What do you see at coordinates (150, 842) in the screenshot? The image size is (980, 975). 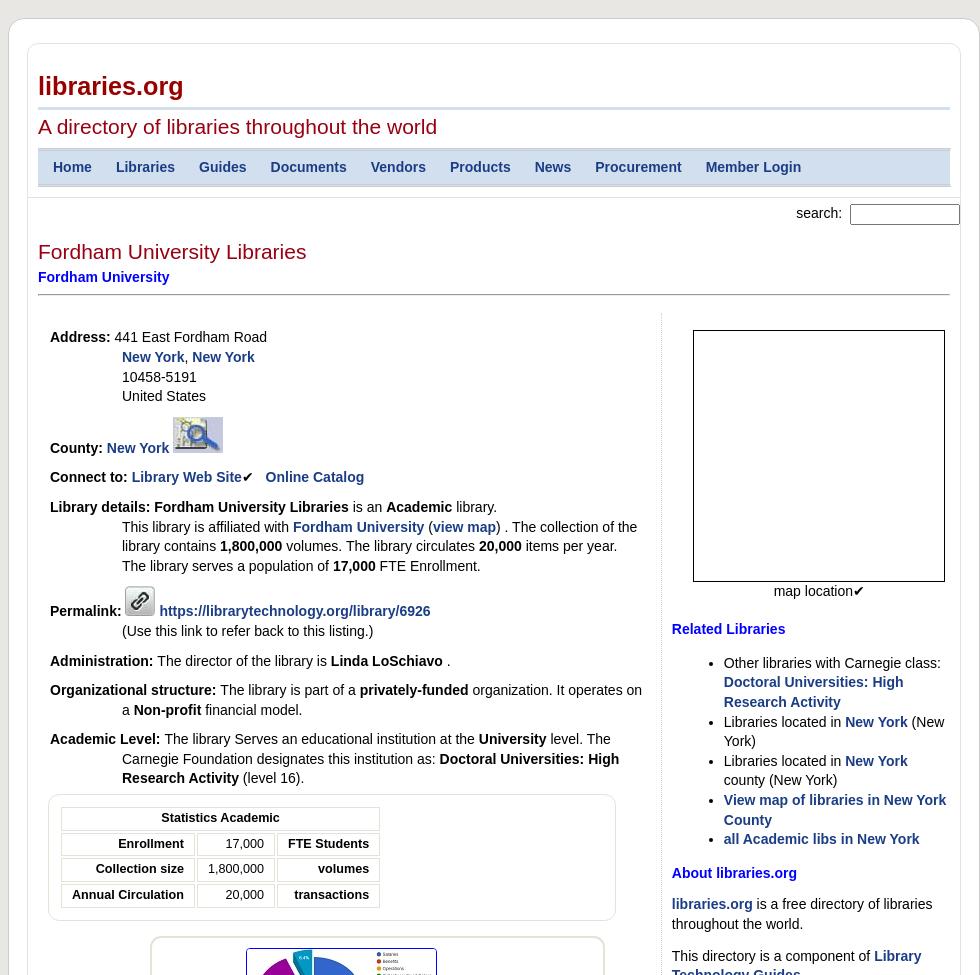 I see `'Enrollment'` at bounding box center [150, 842].